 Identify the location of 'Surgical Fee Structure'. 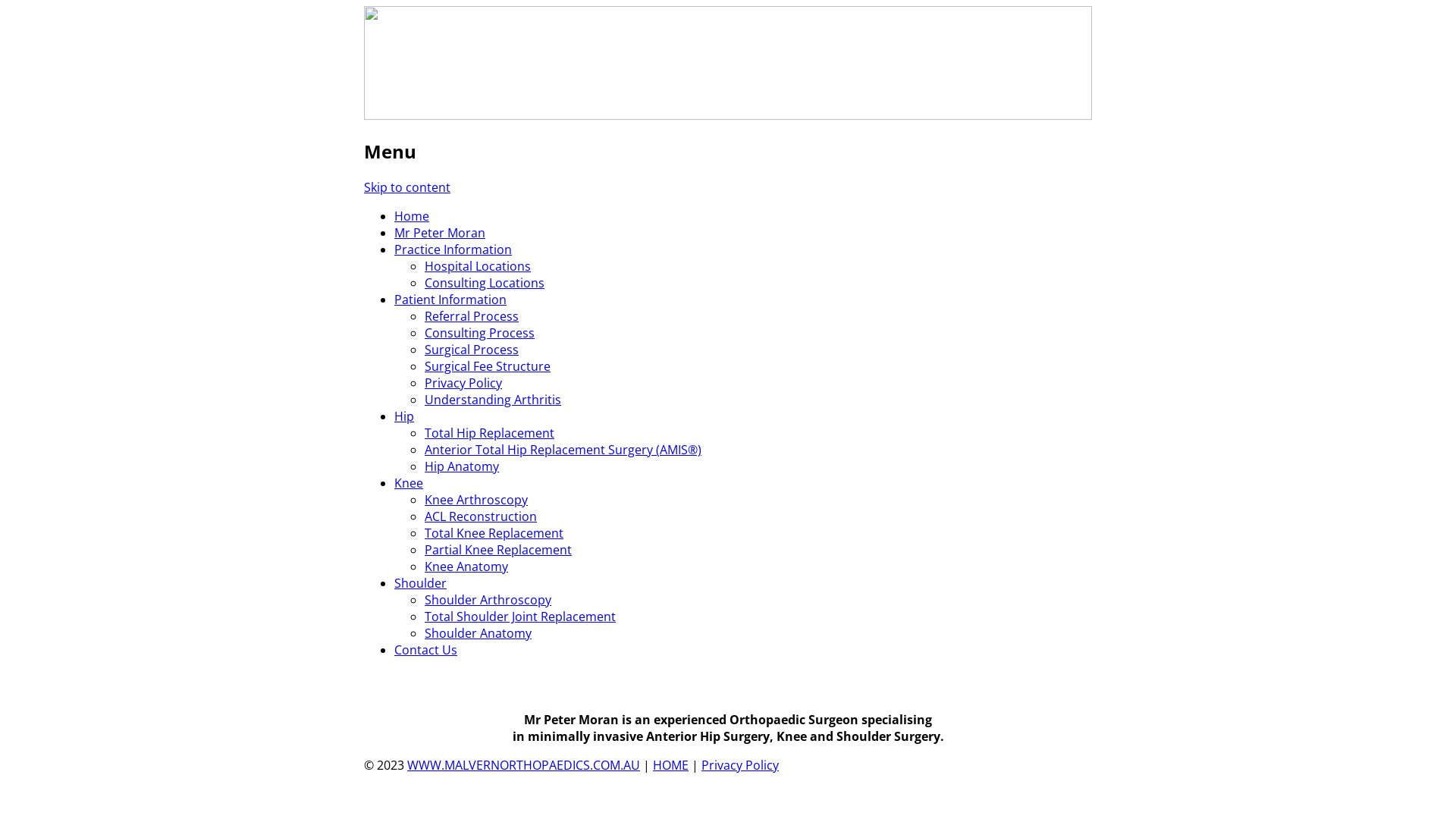
(488, 366).